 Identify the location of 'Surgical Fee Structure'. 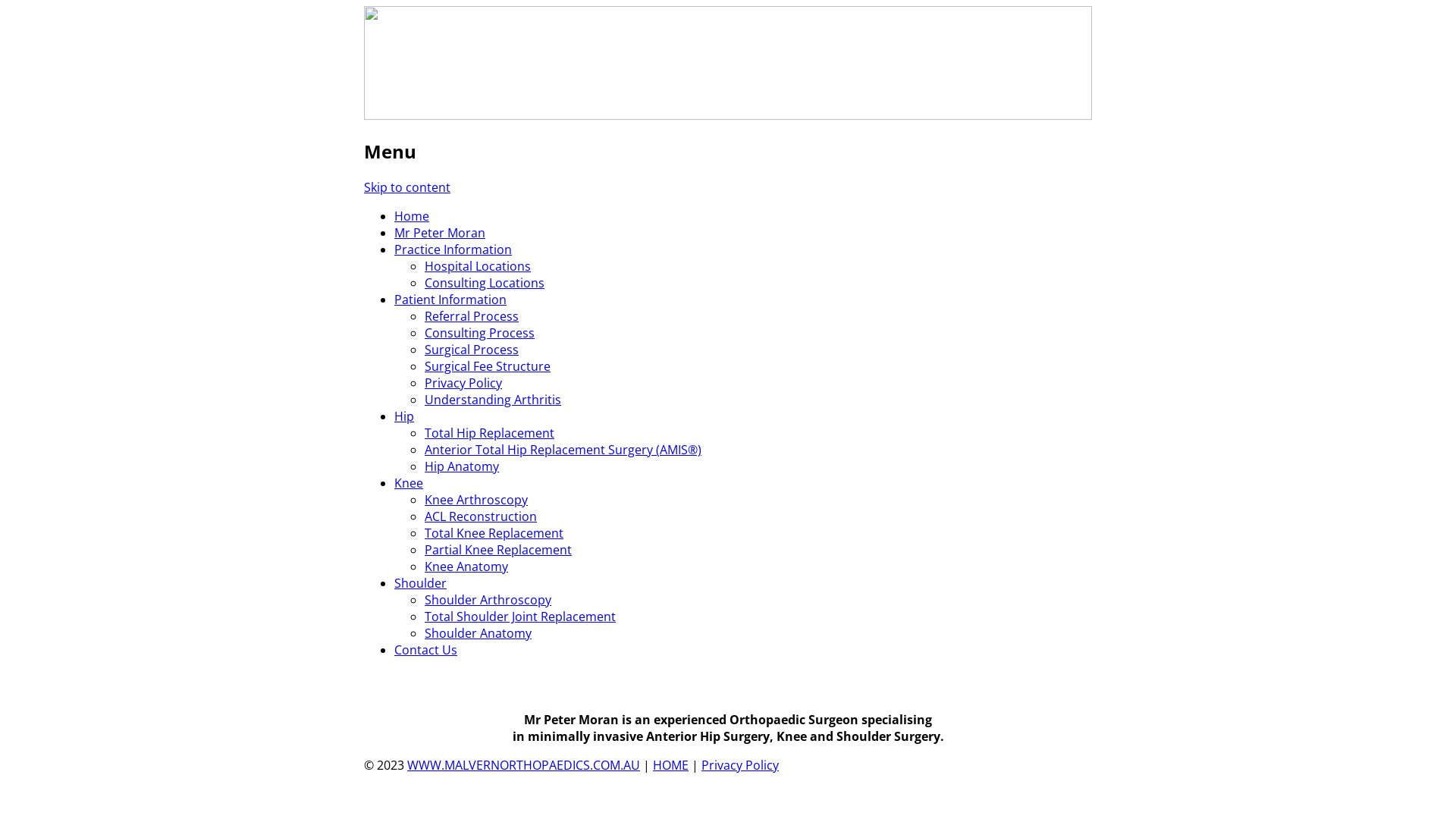
(488, 366).